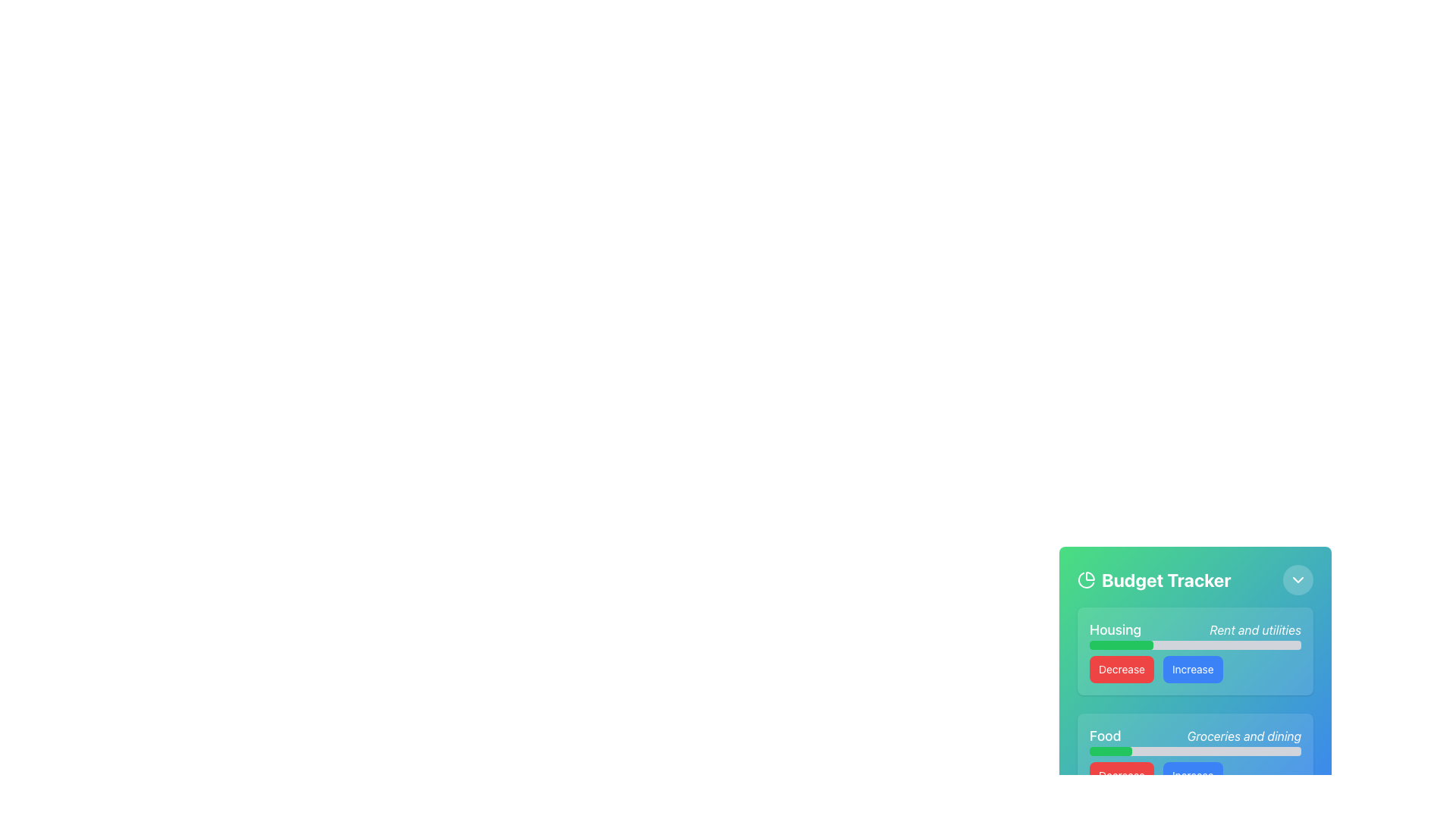 This screenshot has width=1456, height=819. What do you see at coordinates (1298, 579) in the screenshot?
I see `the circular button containing a downward-pointing chevron icon within the 'Budget Tracker' panel to observe any hover effects` at bounding box center [1298, 579].